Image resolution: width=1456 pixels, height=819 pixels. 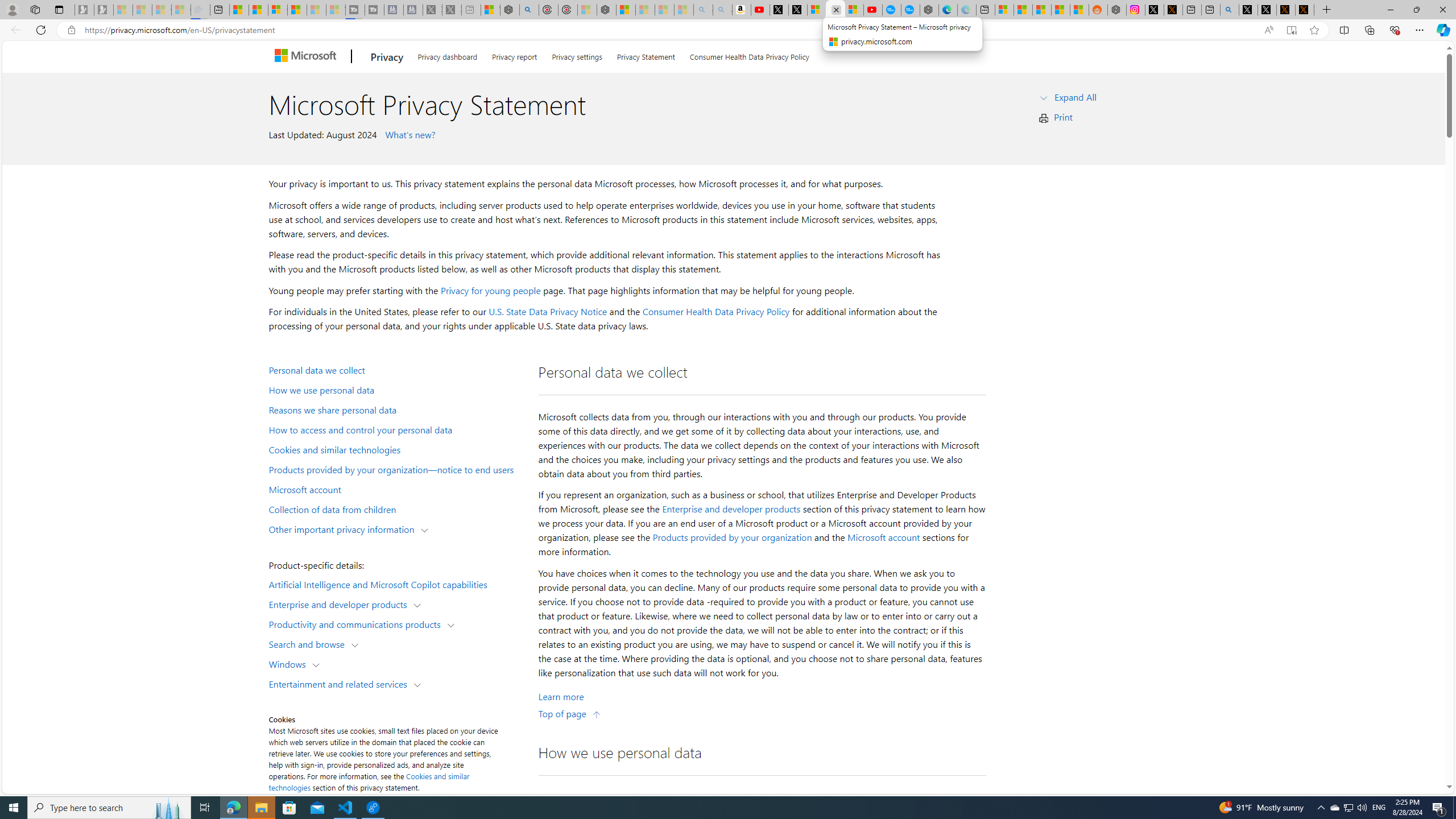 I want to click on 'Microsoft account', so click(x=883, y=537).